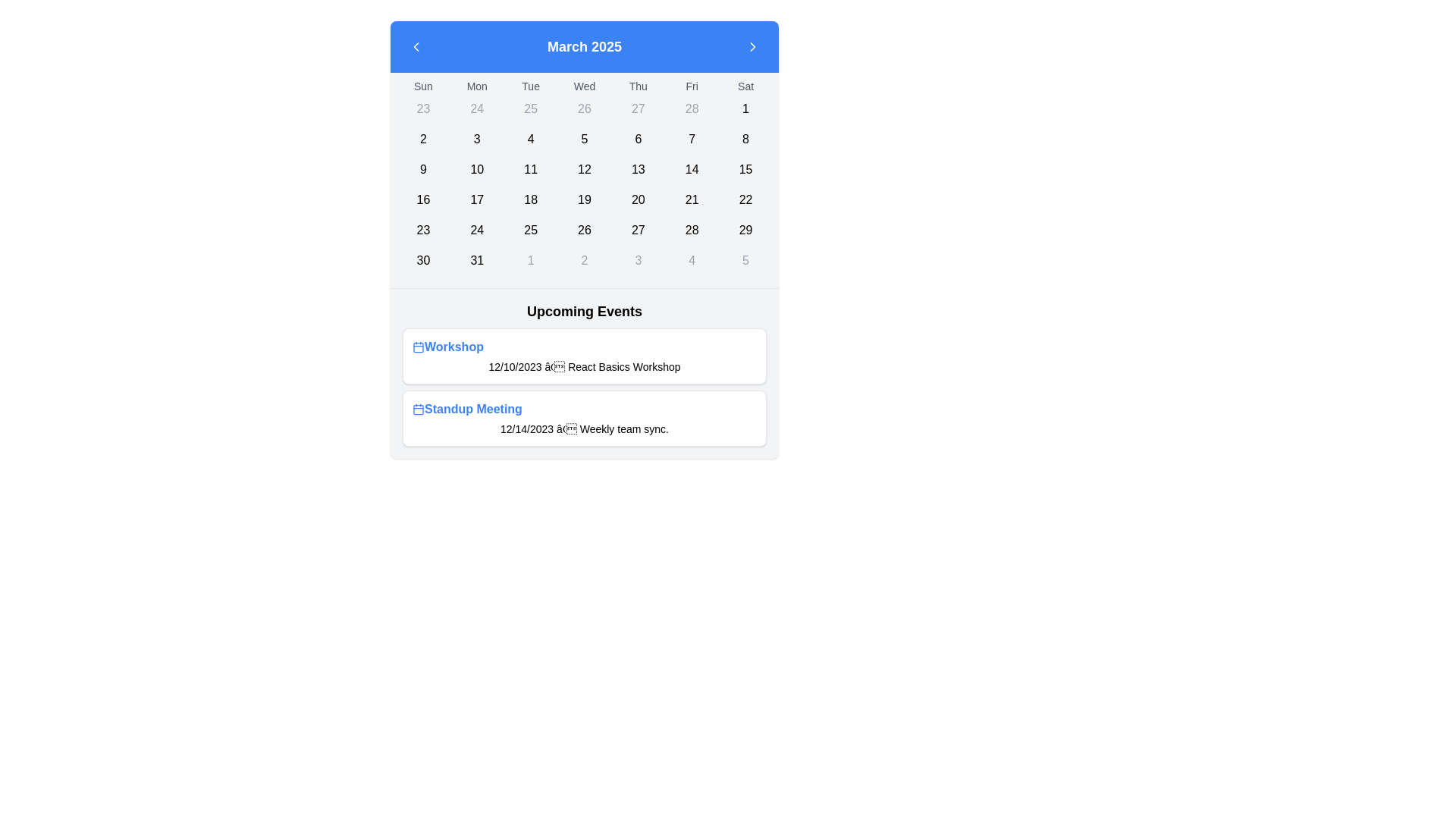 This screenshot has height=819, width=1456. What do you see at coordinates (476, 169) in the screenshot?
I see `the button representing a specific day in the calendar located under 'Mon', which is the 3rd item in the second row of the grid layout` at bounding box center [476, 169].